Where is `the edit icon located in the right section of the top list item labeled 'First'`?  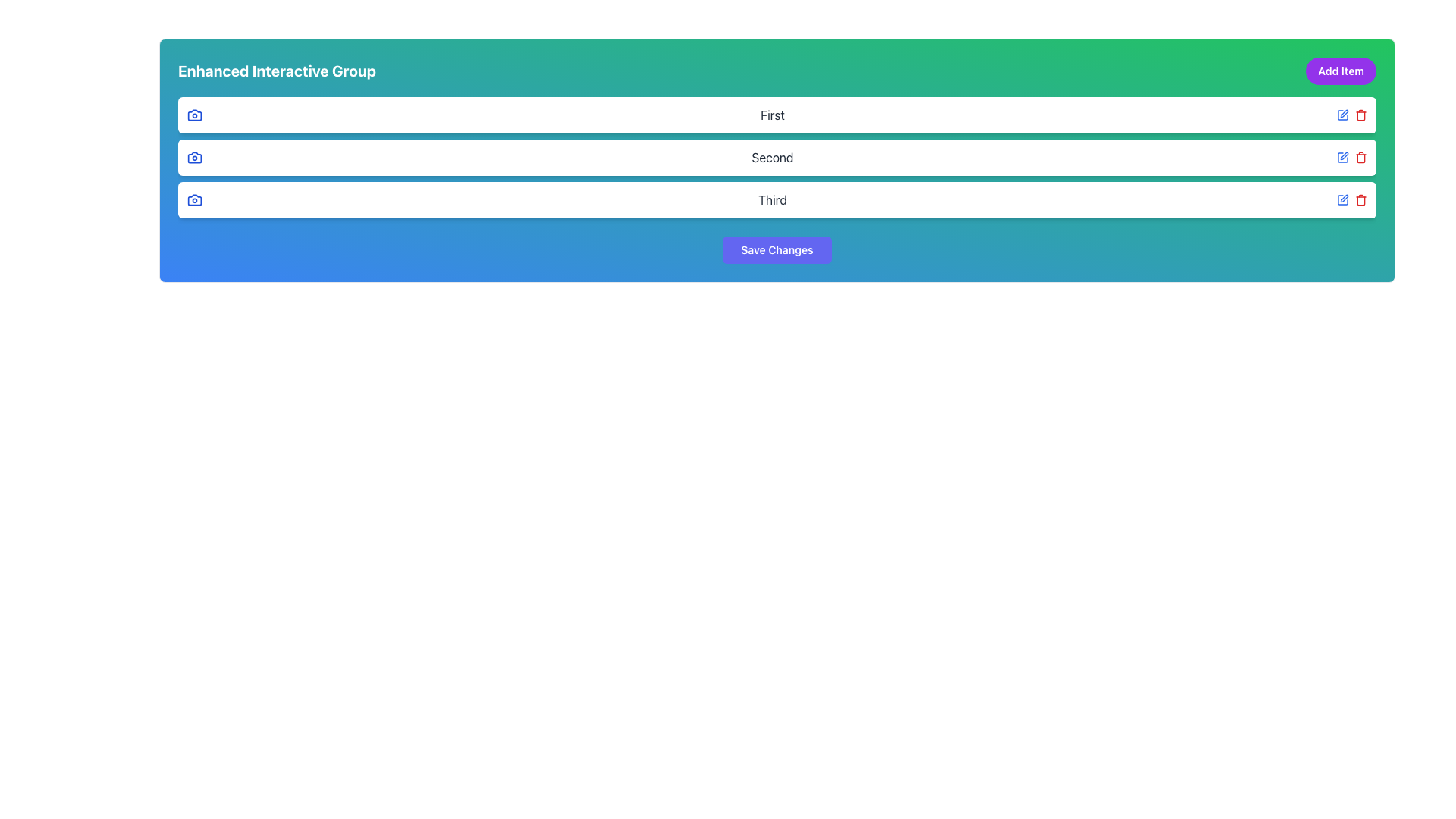
the edit icon located in the right section of the top list item labeled 'First' is located at coordinates (1343, 114).